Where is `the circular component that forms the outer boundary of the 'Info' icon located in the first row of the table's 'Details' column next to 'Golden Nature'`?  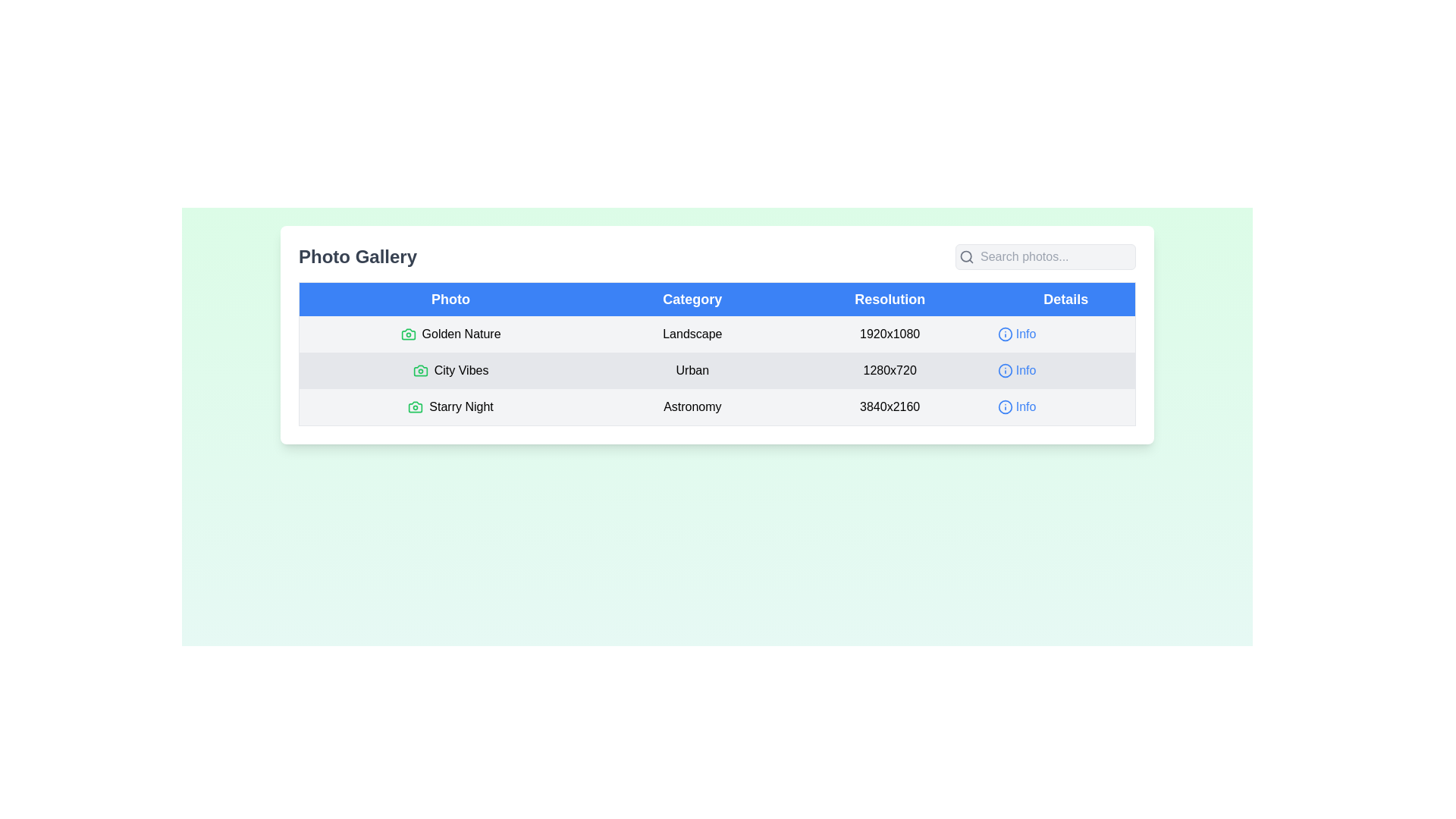
the circular component that forms the outer boundary of the 'Info' icon located in the first row of the table's 'Details' column next to 'Golden Nature' is located at coordinates (1005, 333).